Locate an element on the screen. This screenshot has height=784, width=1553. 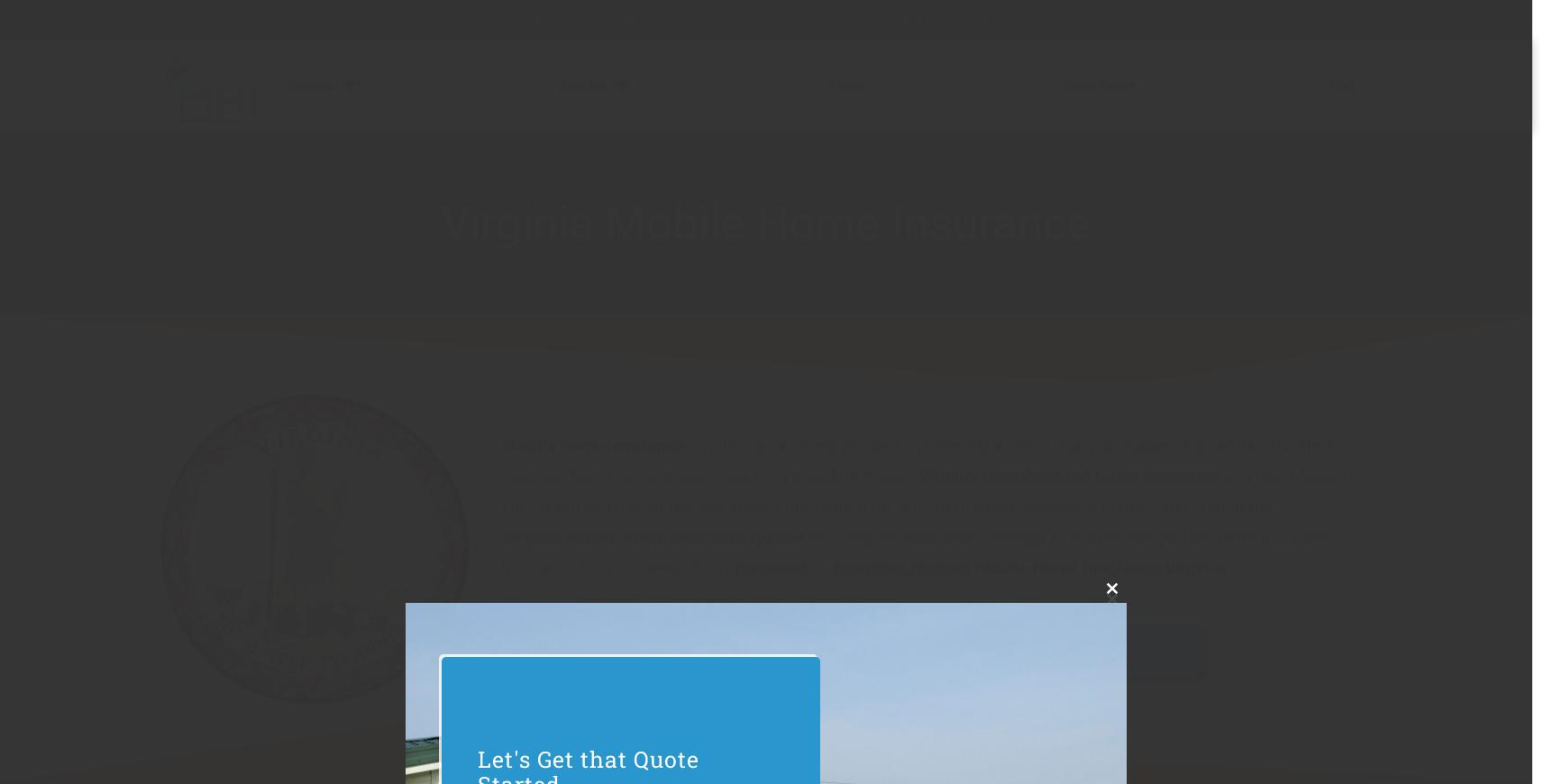
'Foremost' is located at coordinates (733, 567).